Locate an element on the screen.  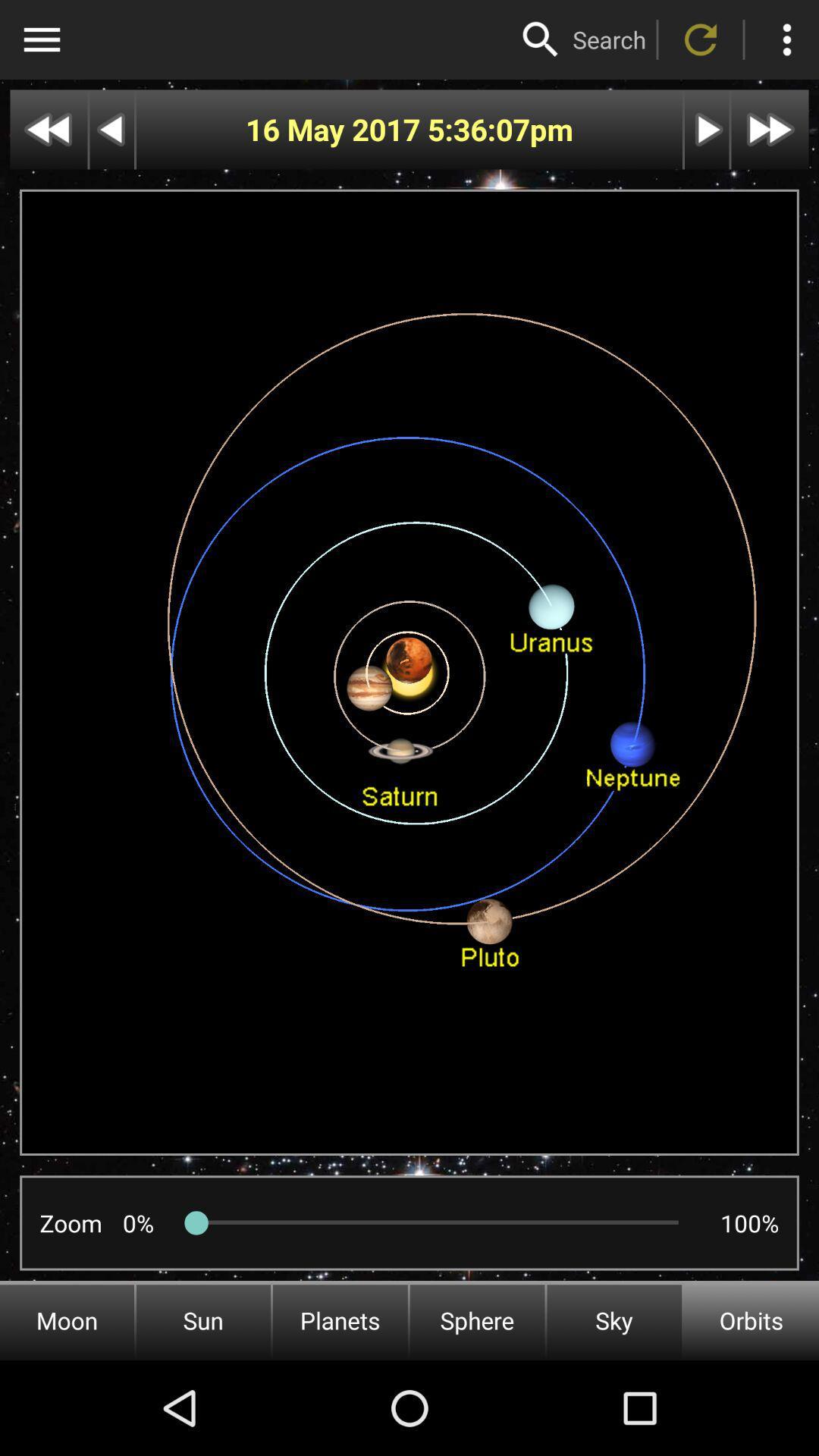
category is located at coordinates (41, 39).